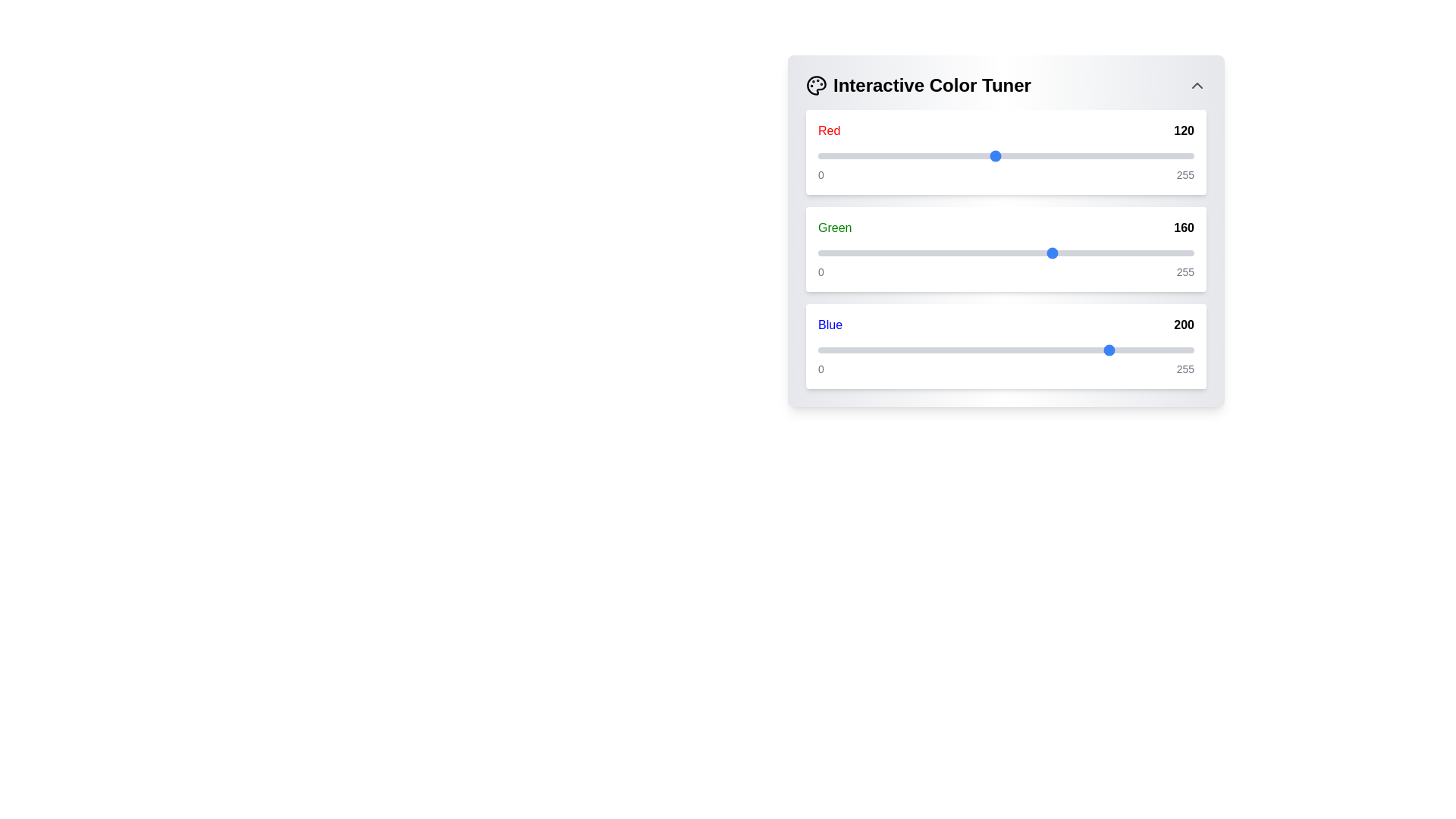 Image resolution: width=1456 pixels, height=819 pixels. Describe the element at coordinates (989, 253) in the screenshot. I see `the green color intensity` at that location.